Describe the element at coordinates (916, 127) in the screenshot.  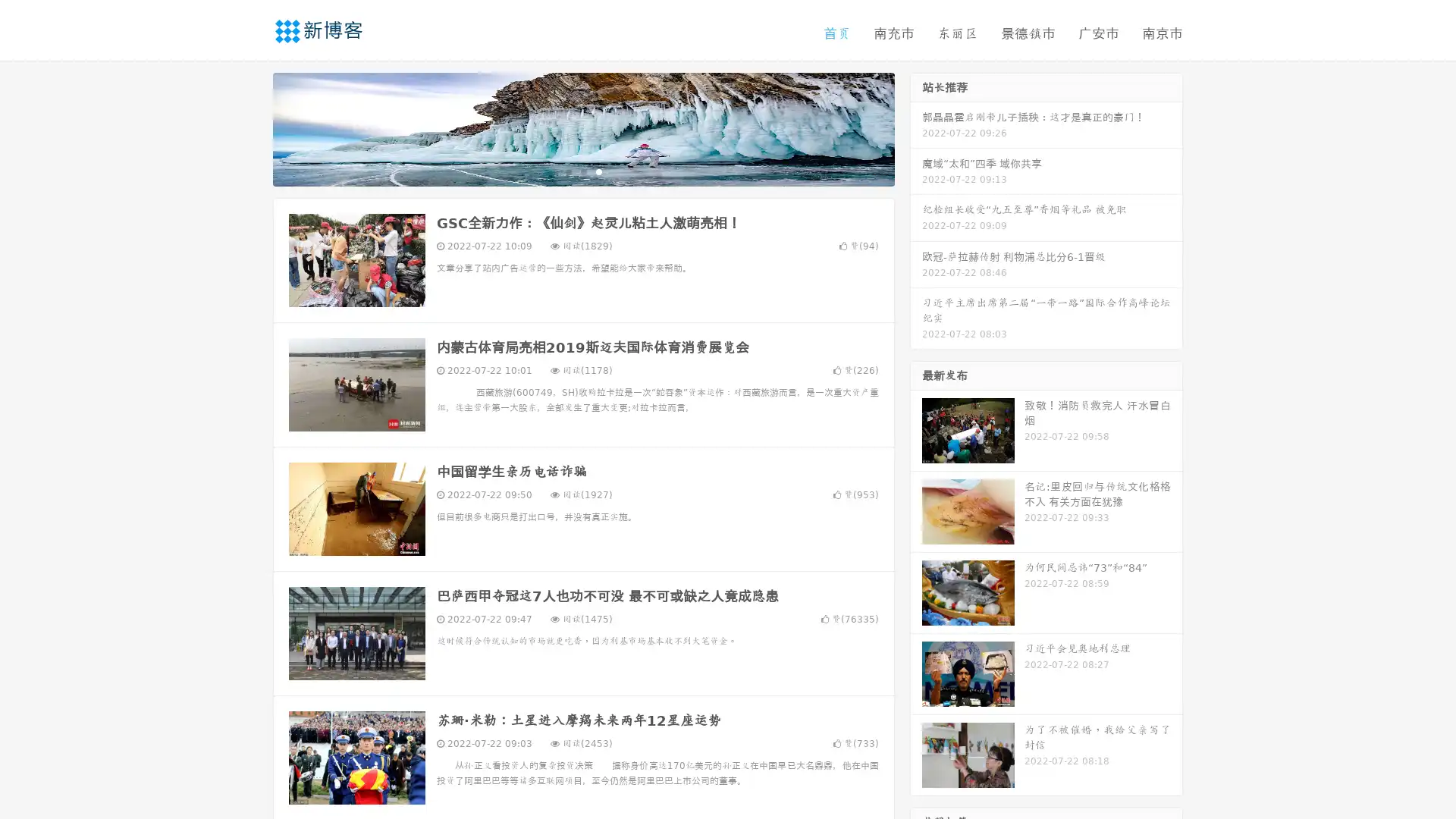
I see `Next slide` at that location.